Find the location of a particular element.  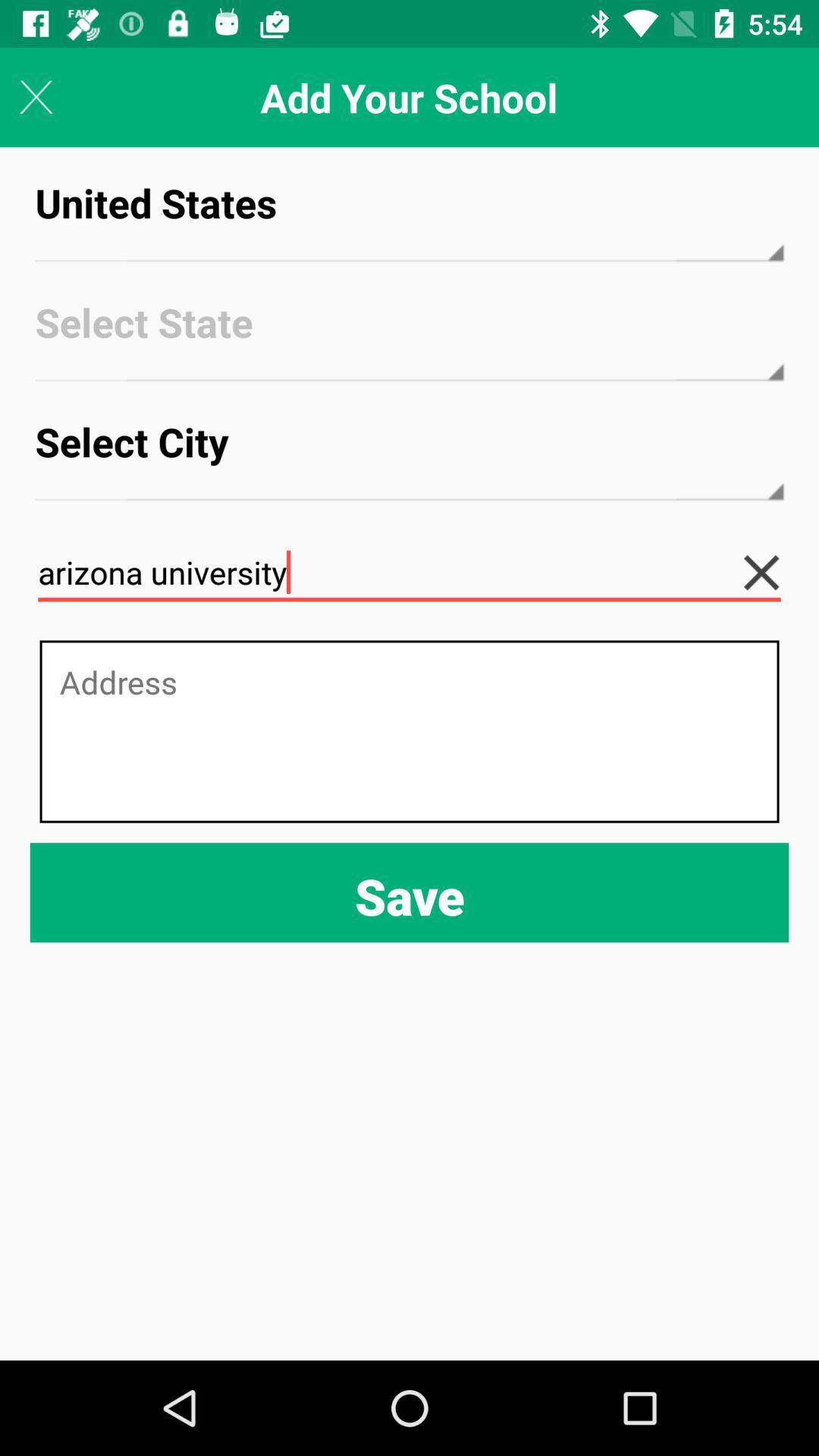

the save icon is located at coordinates (409, 893).